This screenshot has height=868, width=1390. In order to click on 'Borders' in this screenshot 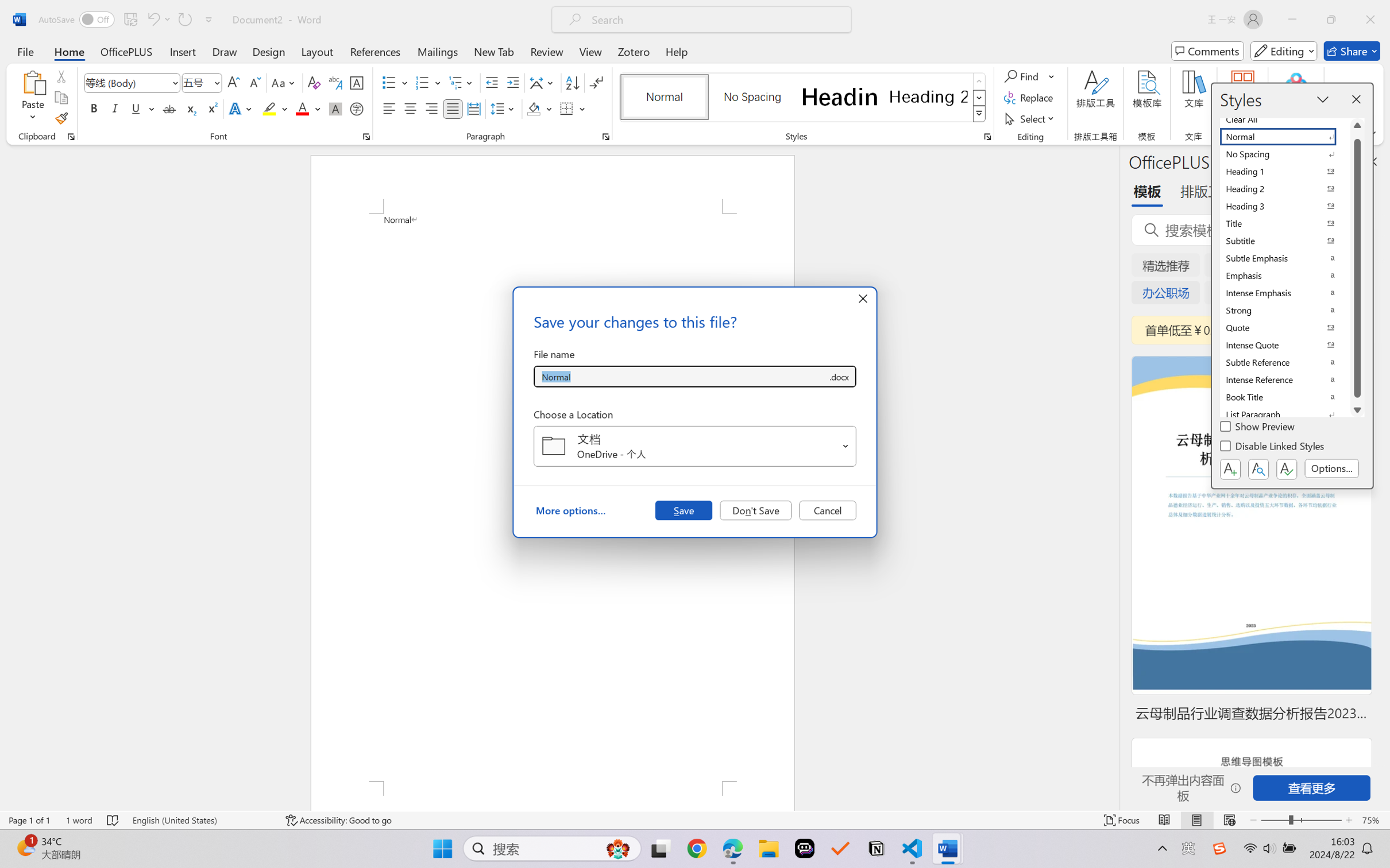, I will do `click(567, 108)`.